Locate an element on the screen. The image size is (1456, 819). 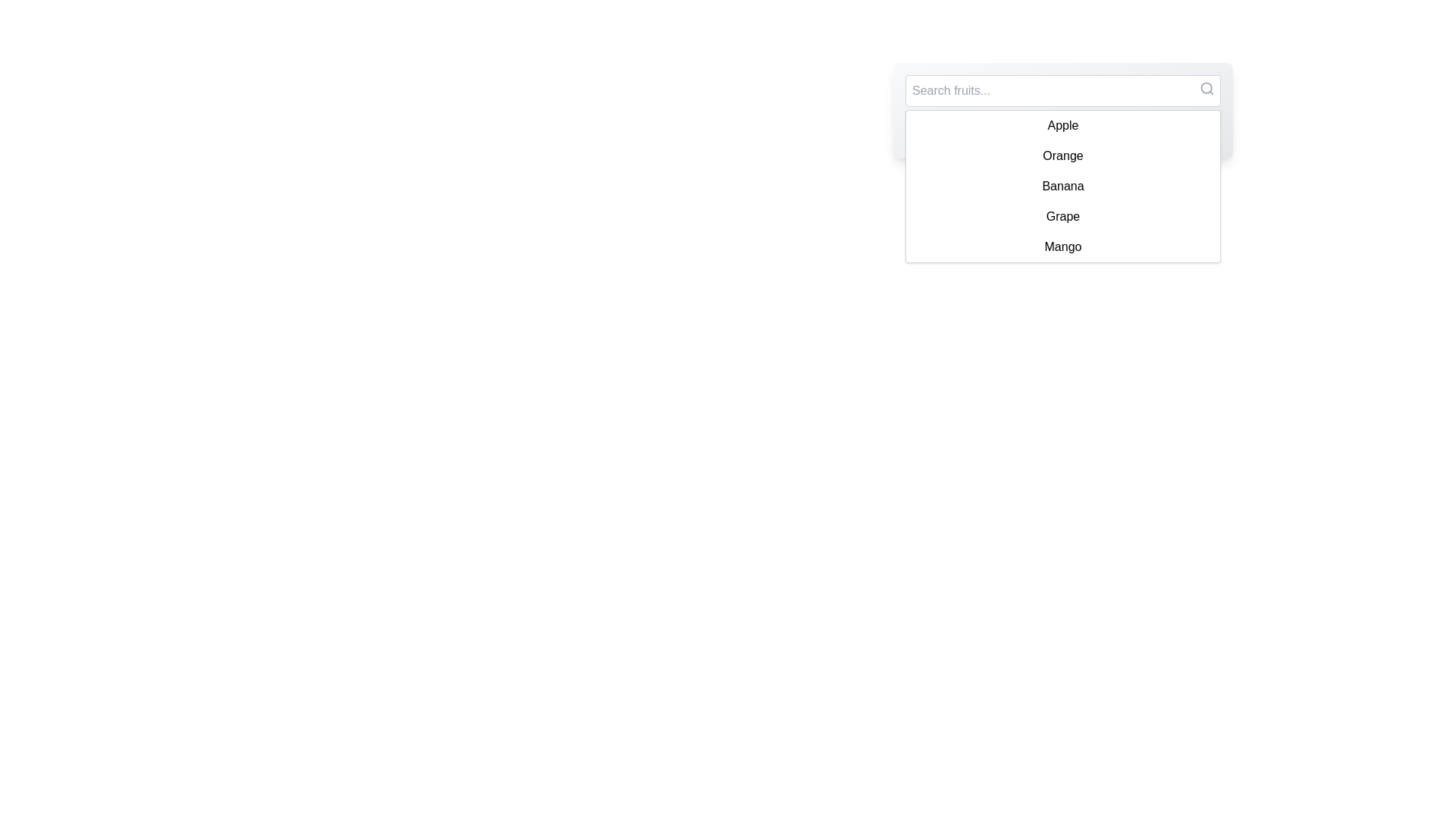
to select the text item 'Banana' in the dropdown menu, which is the third item in the list and has a hover effect that changes its background color is located at coordinates (1062, 186).